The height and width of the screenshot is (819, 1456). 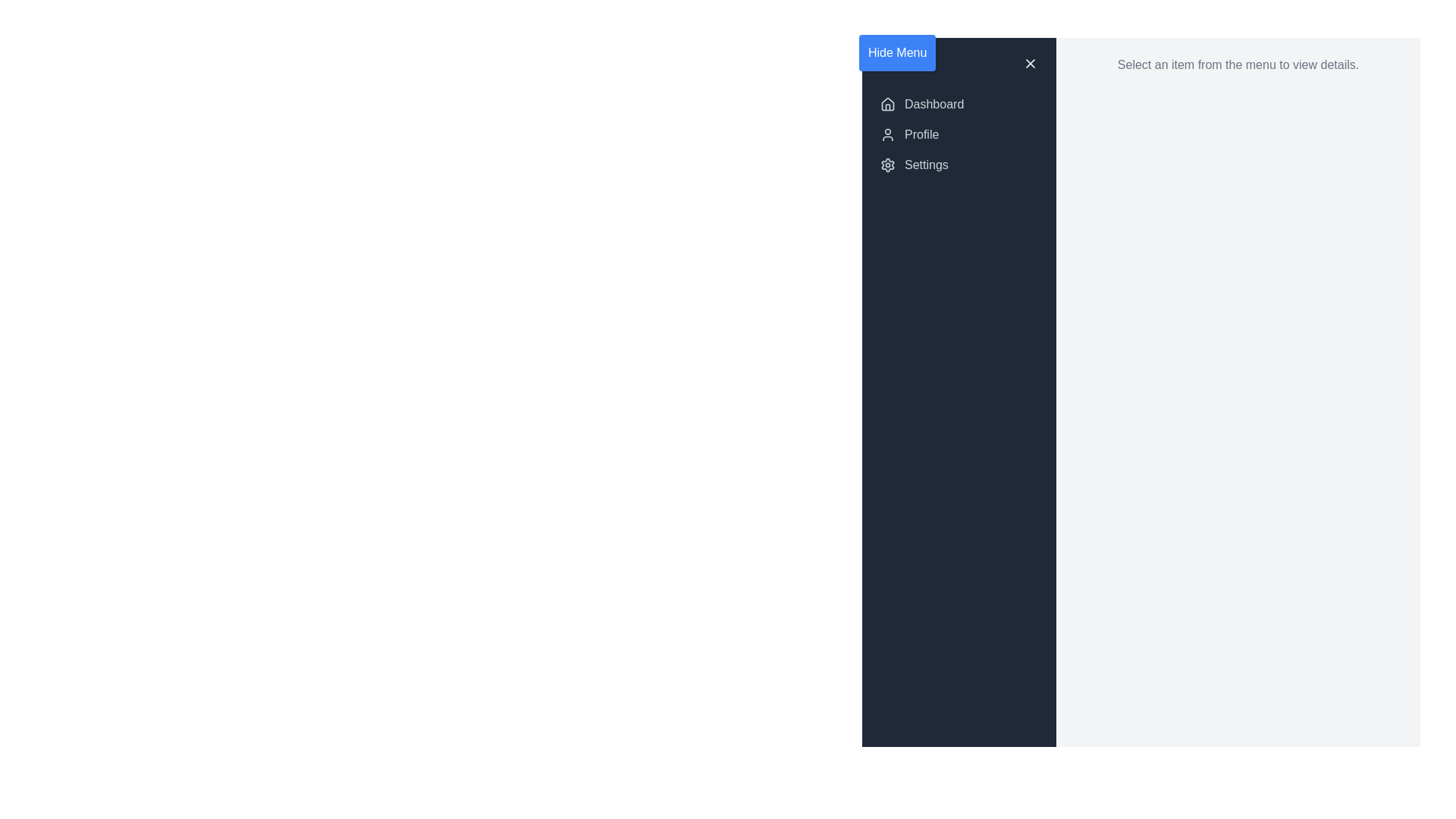 What do you see at coordinates (1030, 63) in the screenshot?
I see `the button located in the top right corner of the dark sidebar menu panel` at bounding box center [1030, 63].